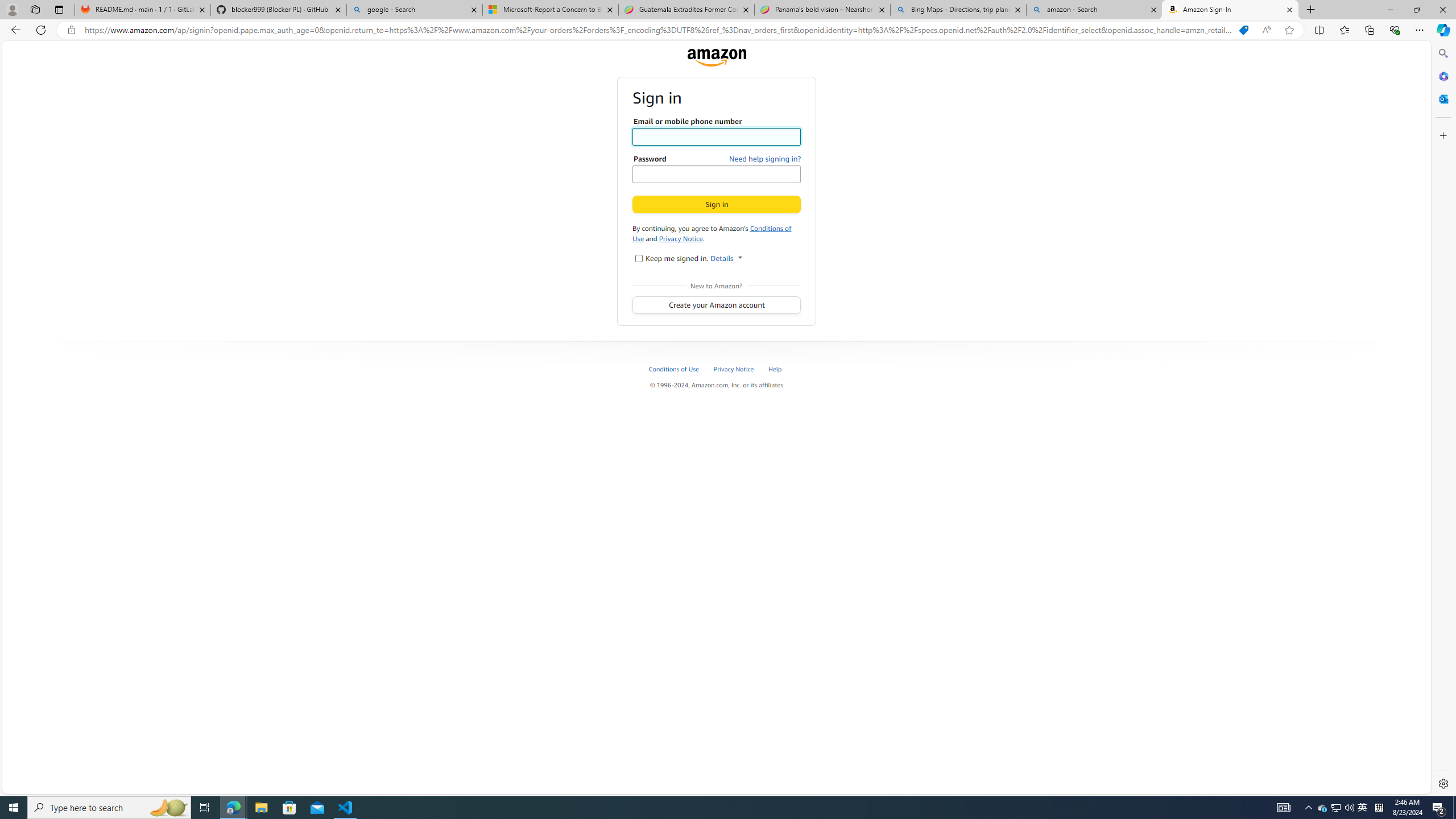 This screenshot has height=819, width=1456. Describe the element at coordinates (679, 368) in the screenshot. I see `'Conditions of Use '` at that location.